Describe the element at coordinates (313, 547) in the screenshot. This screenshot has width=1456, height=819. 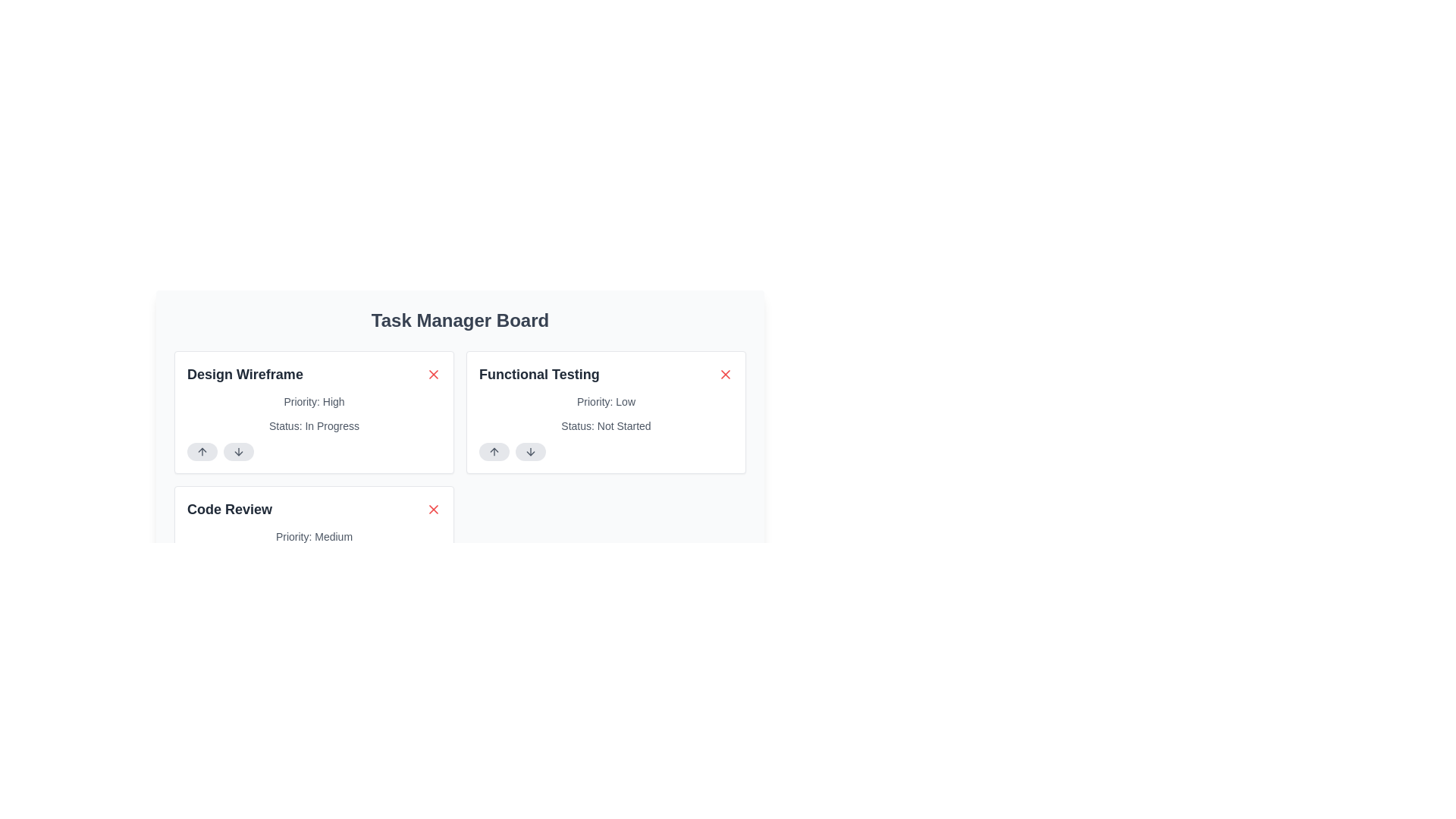
I see `the third task card in the task management interface, which displays key information about a task including its title, priority, and status` at that location.